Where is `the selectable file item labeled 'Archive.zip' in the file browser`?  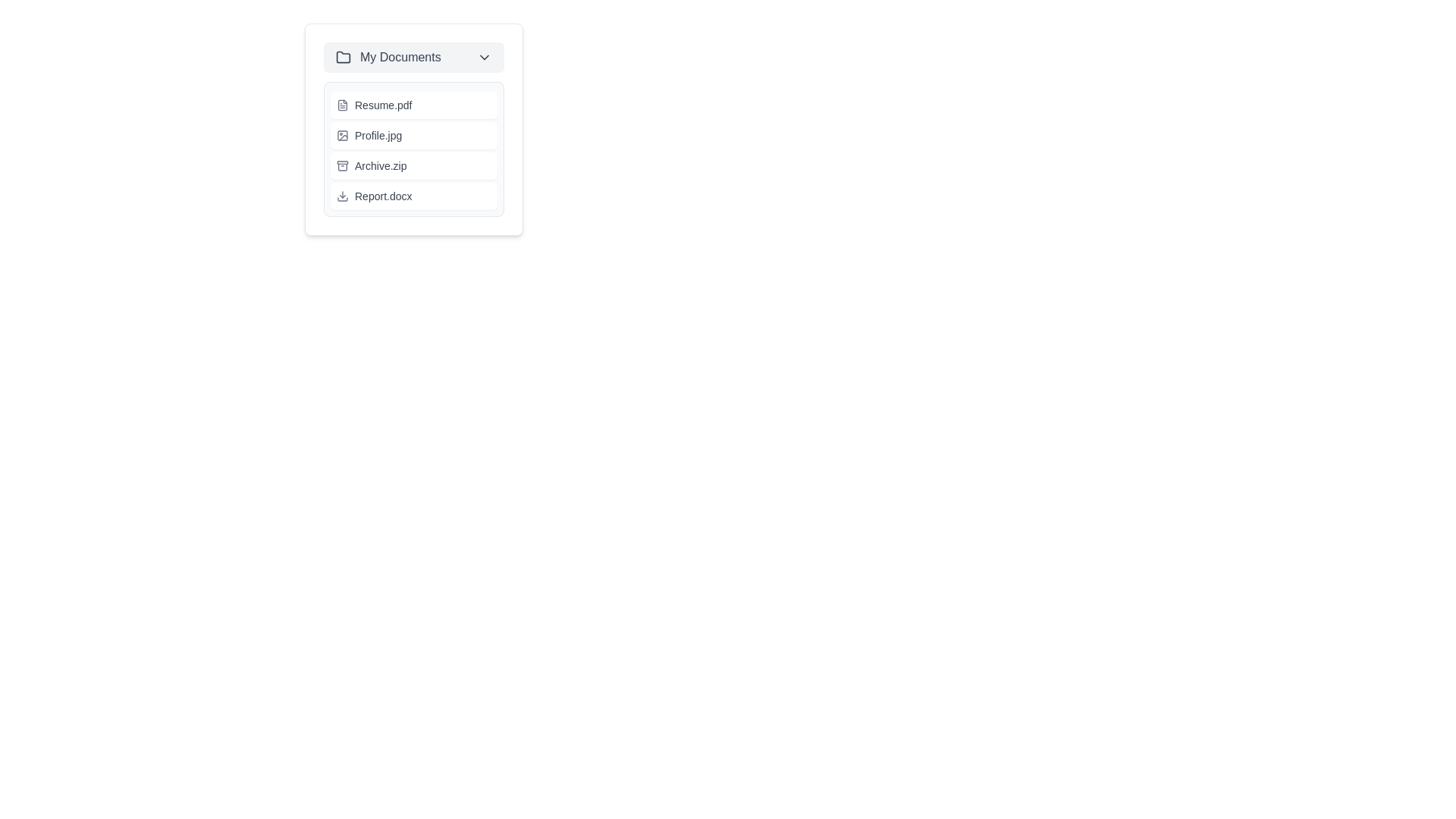 the selectable file item labeled 'Archive.zip' in the file browser is located at coordinates (414, 166).